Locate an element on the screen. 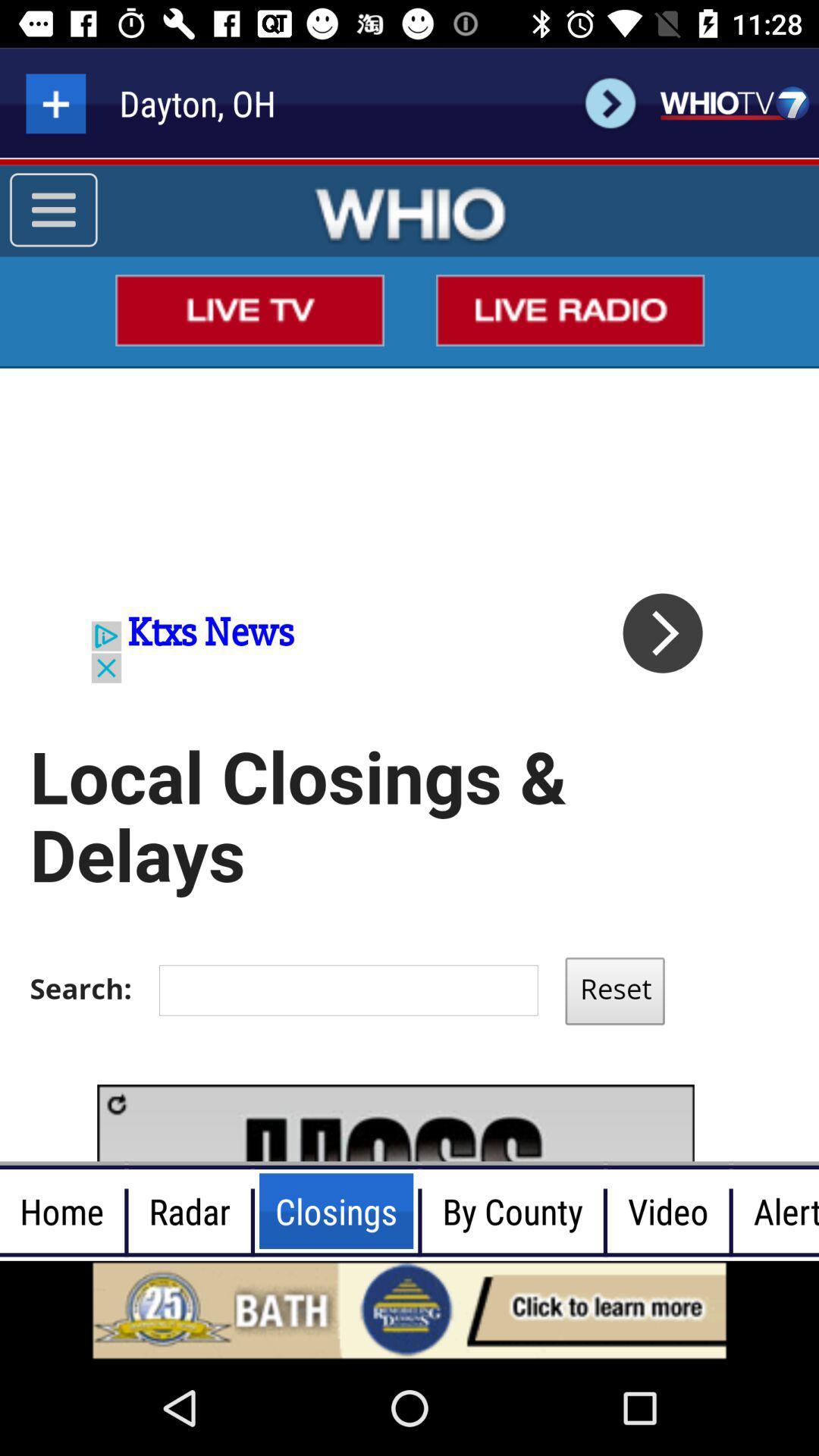  the arrow_forward icon is located at coordinates (610, 102).